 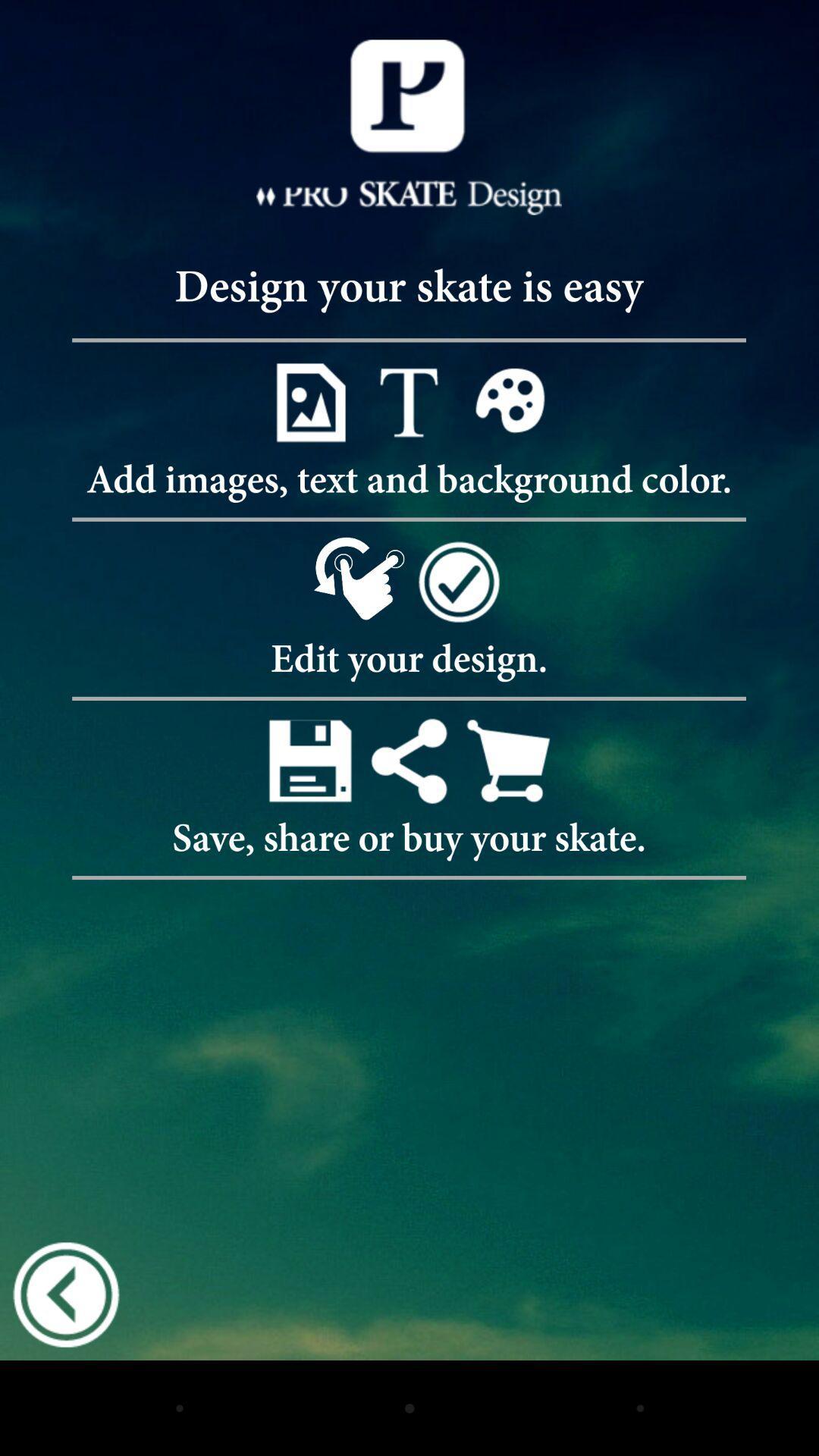 What do you see at coordinates (508, 402) in the screenshot?
I see `open background color option` at bounding box center [508, 402].